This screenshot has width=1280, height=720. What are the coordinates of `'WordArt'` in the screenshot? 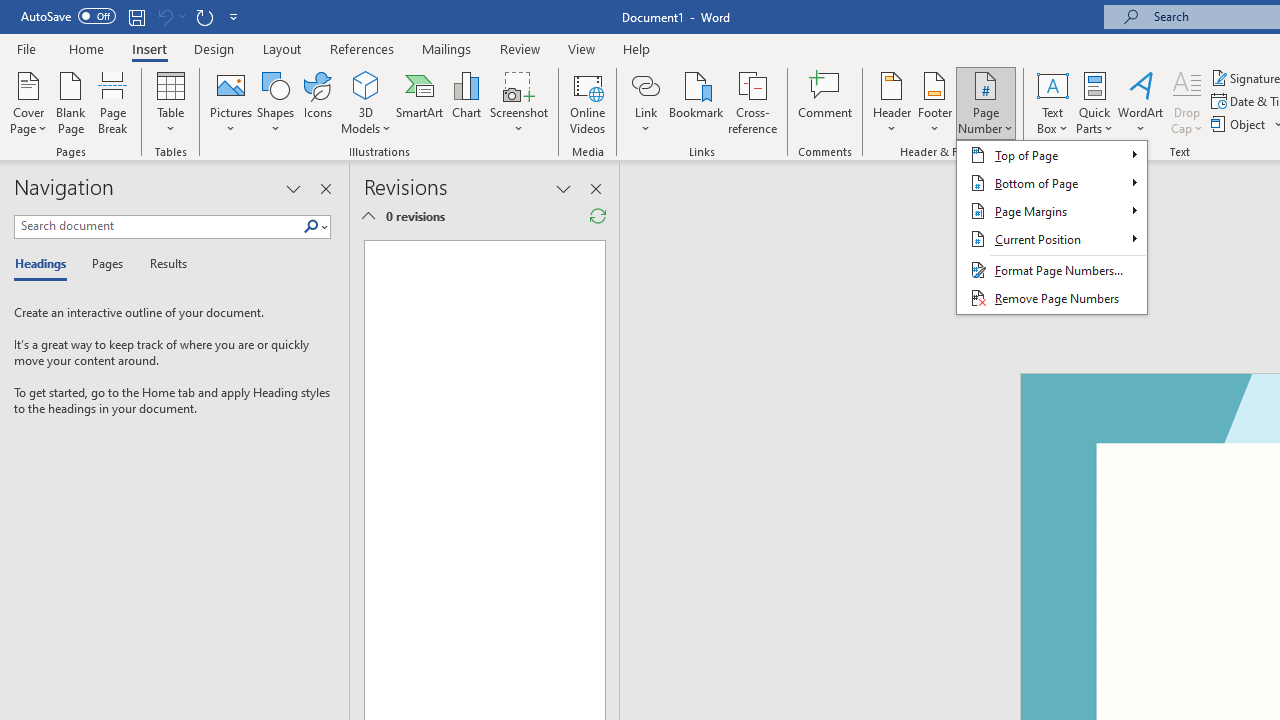 It's located at (1141, 103).